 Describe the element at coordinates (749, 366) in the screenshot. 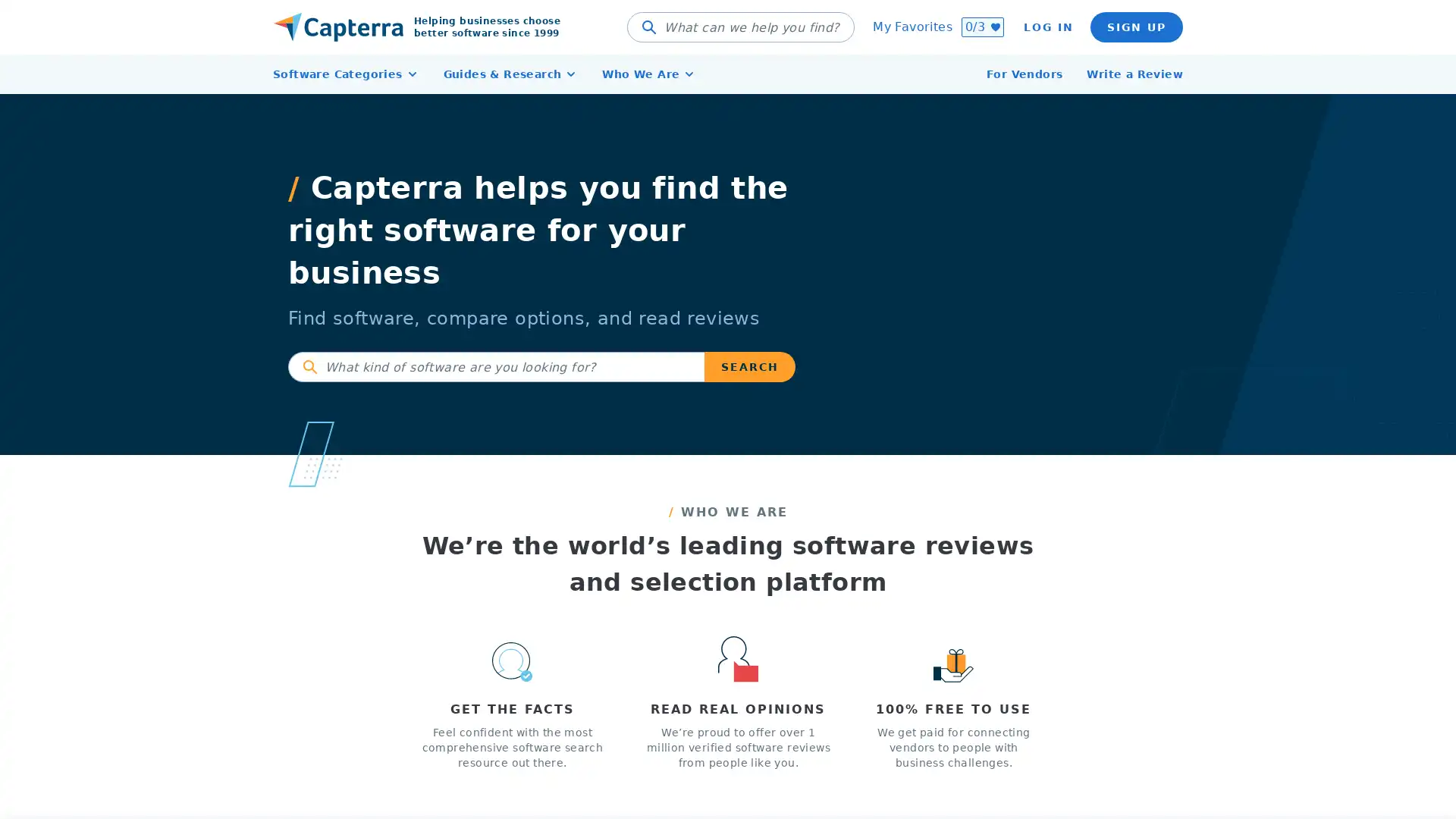

I see `SEARCH` at that location.